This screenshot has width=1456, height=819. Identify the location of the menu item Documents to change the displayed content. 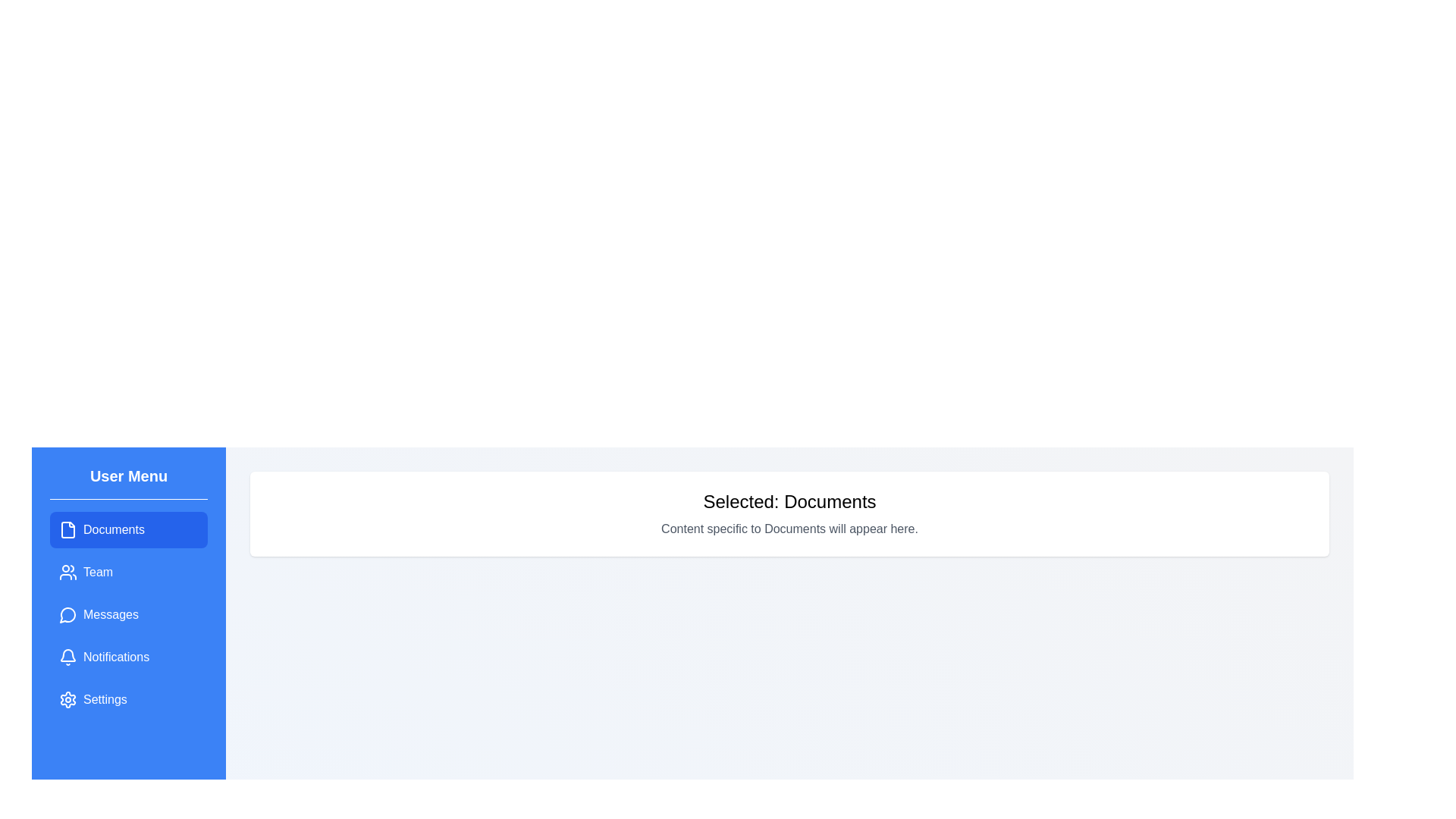
(128, 529).